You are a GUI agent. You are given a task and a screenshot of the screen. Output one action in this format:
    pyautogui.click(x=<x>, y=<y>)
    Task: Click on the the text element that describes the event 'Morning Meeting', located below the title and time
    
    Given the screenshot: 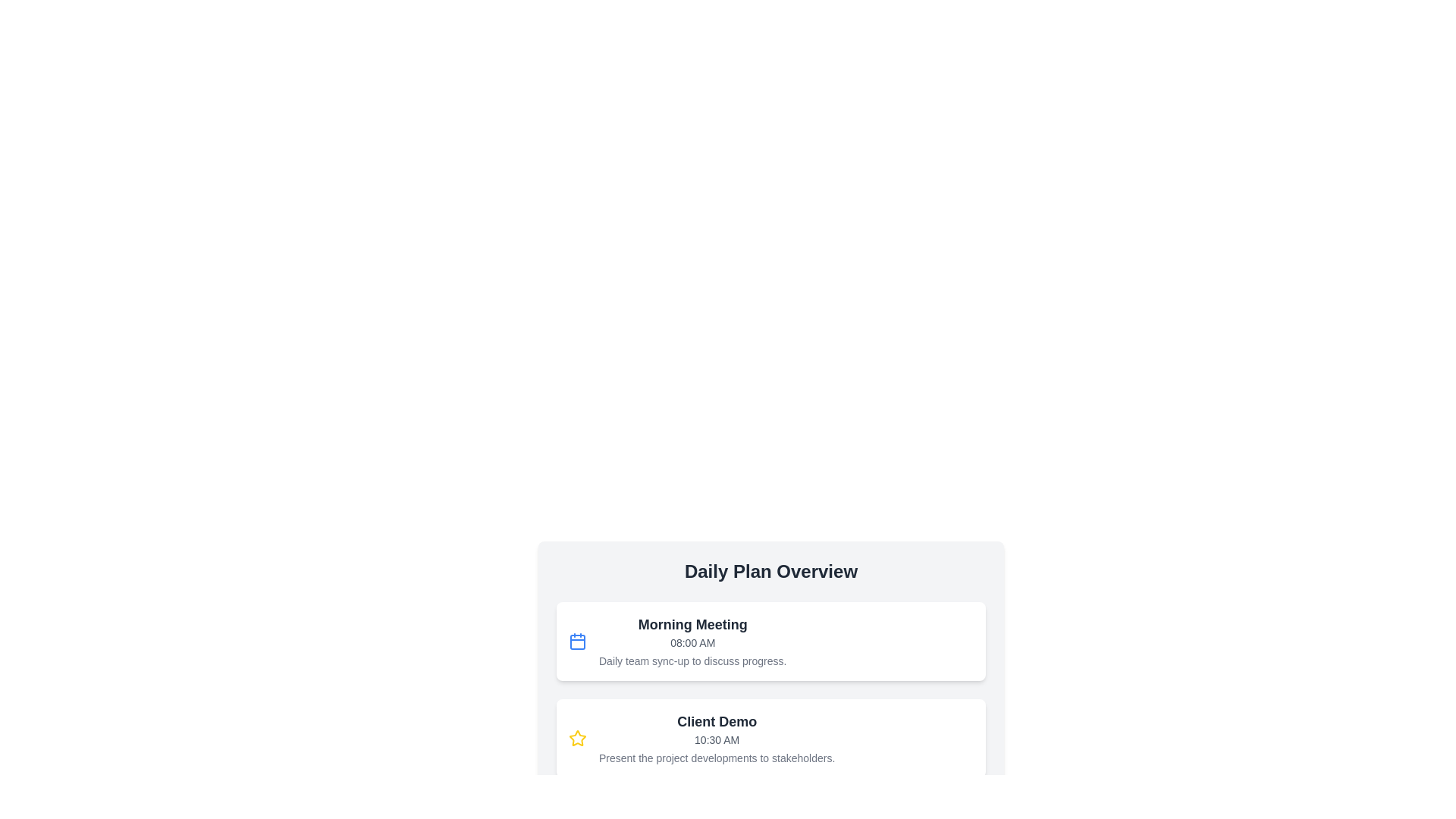 What is the action you would take?
    pyautogui.click(x=692, y=660)
    